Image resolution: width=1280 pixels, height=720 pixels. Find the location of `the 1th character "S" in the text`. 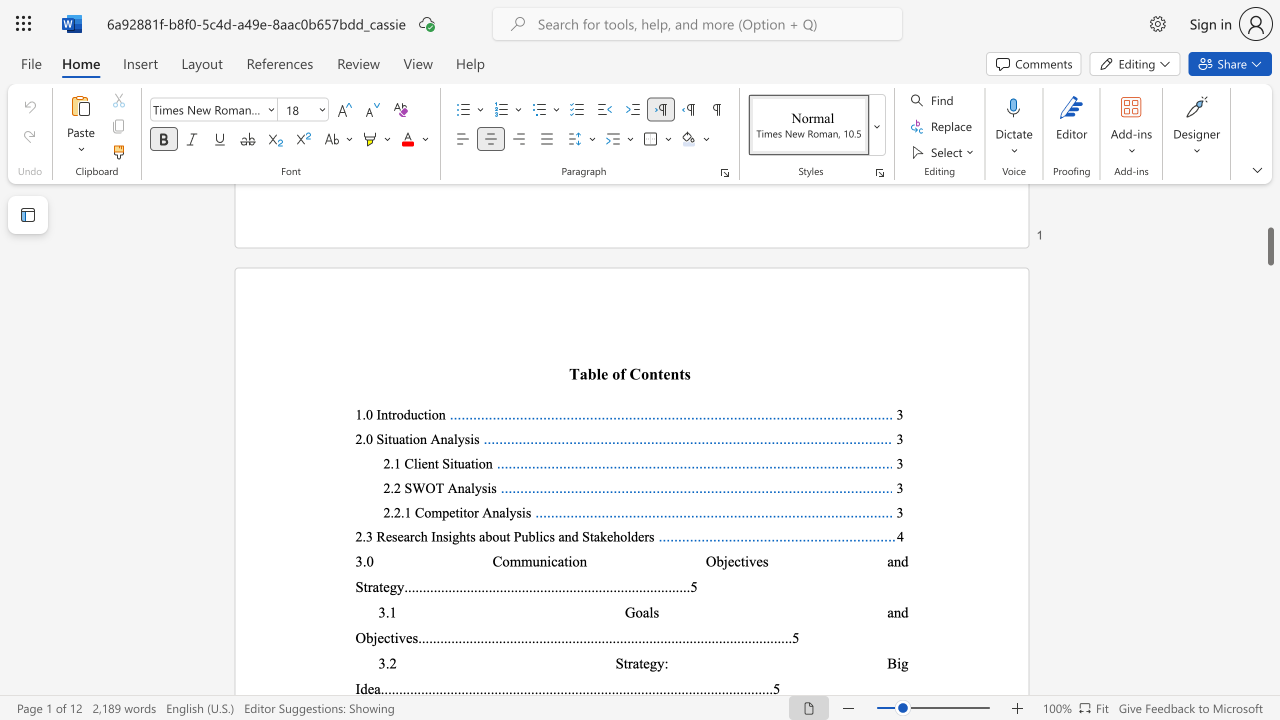

the 1th character "S" in the text is located at coordinates (445, 463).